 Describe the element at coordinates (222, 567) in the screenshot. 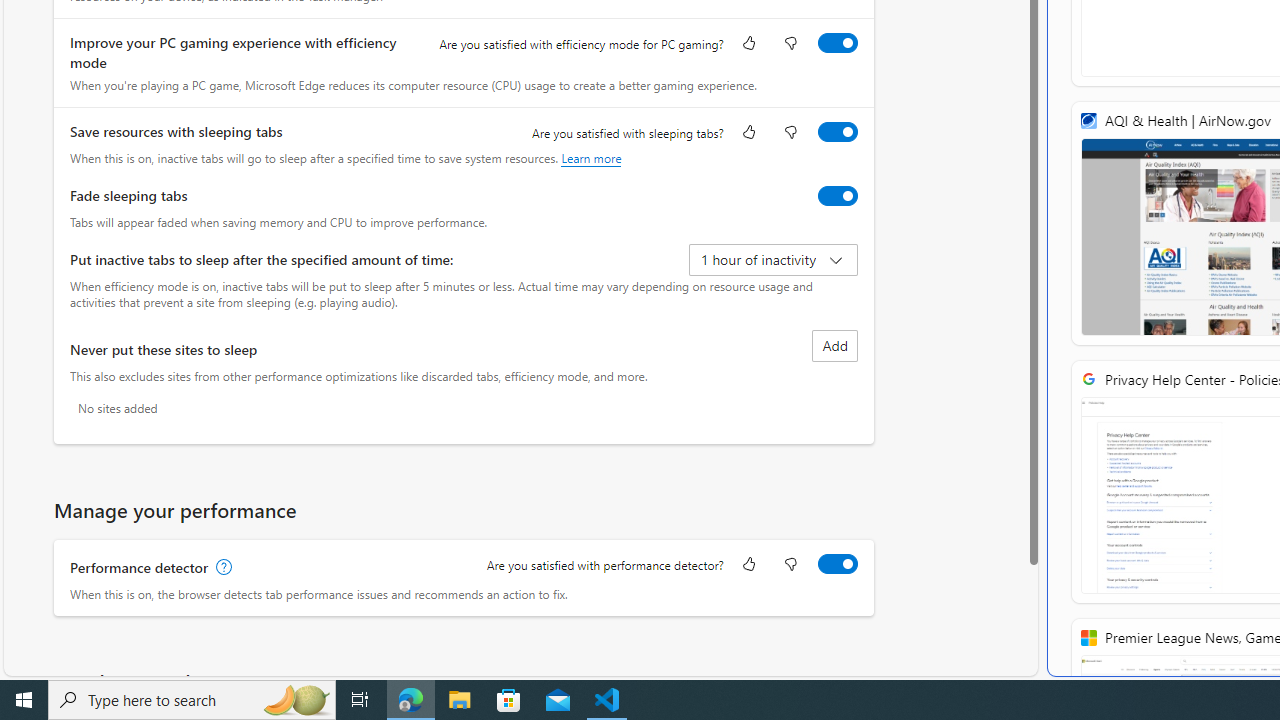

I see `'Performance detector, learn more'` at that location.